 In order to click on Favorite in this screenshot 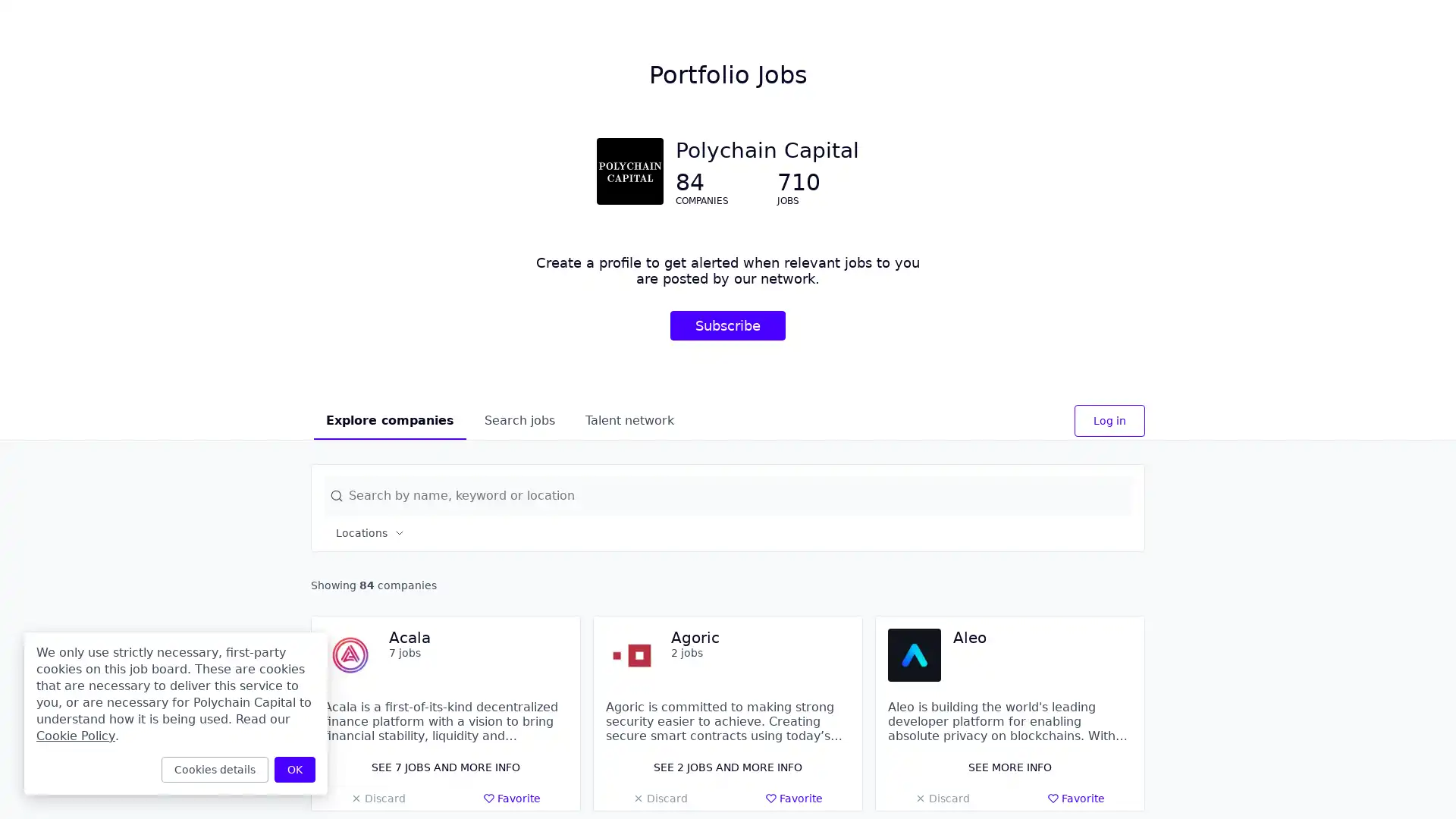, I will do `click(1075, 798)`.